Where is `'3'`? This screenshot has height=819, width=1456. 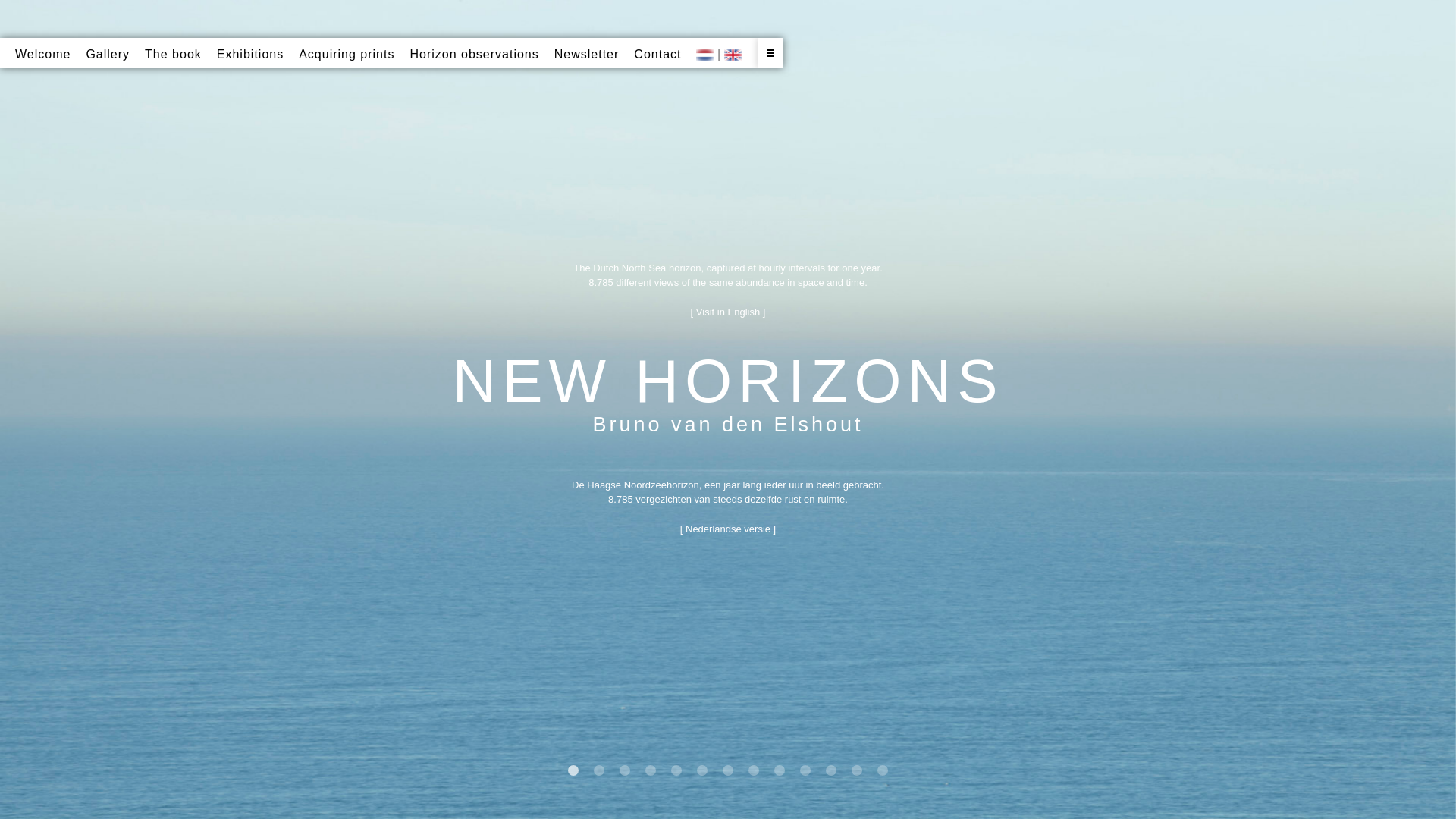 '3' is located at coordinates (625, 770).